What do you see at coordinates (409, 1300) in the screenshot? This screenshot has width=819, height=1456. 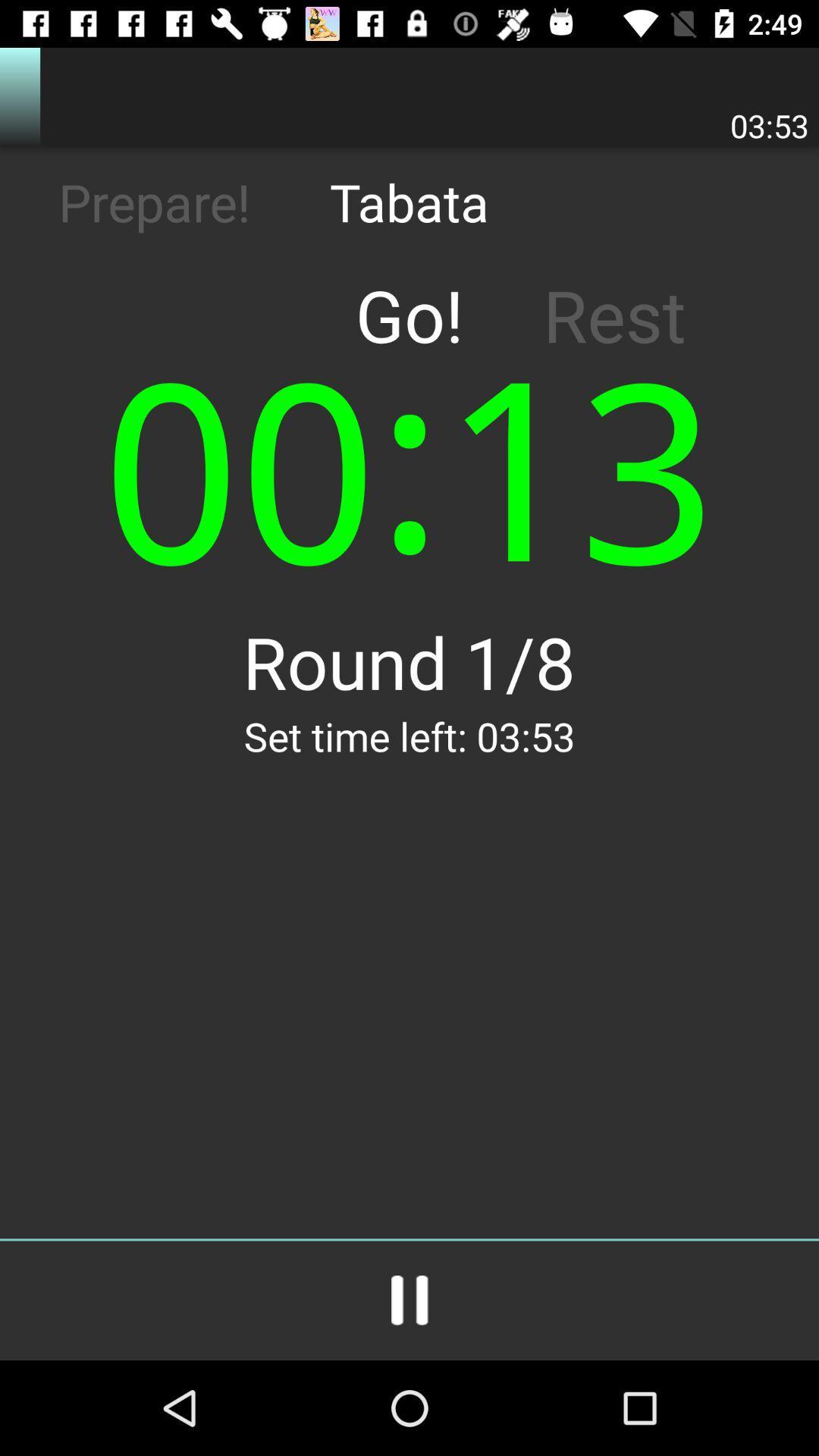 I see `pause timer` at bounding box center [409, 1300].